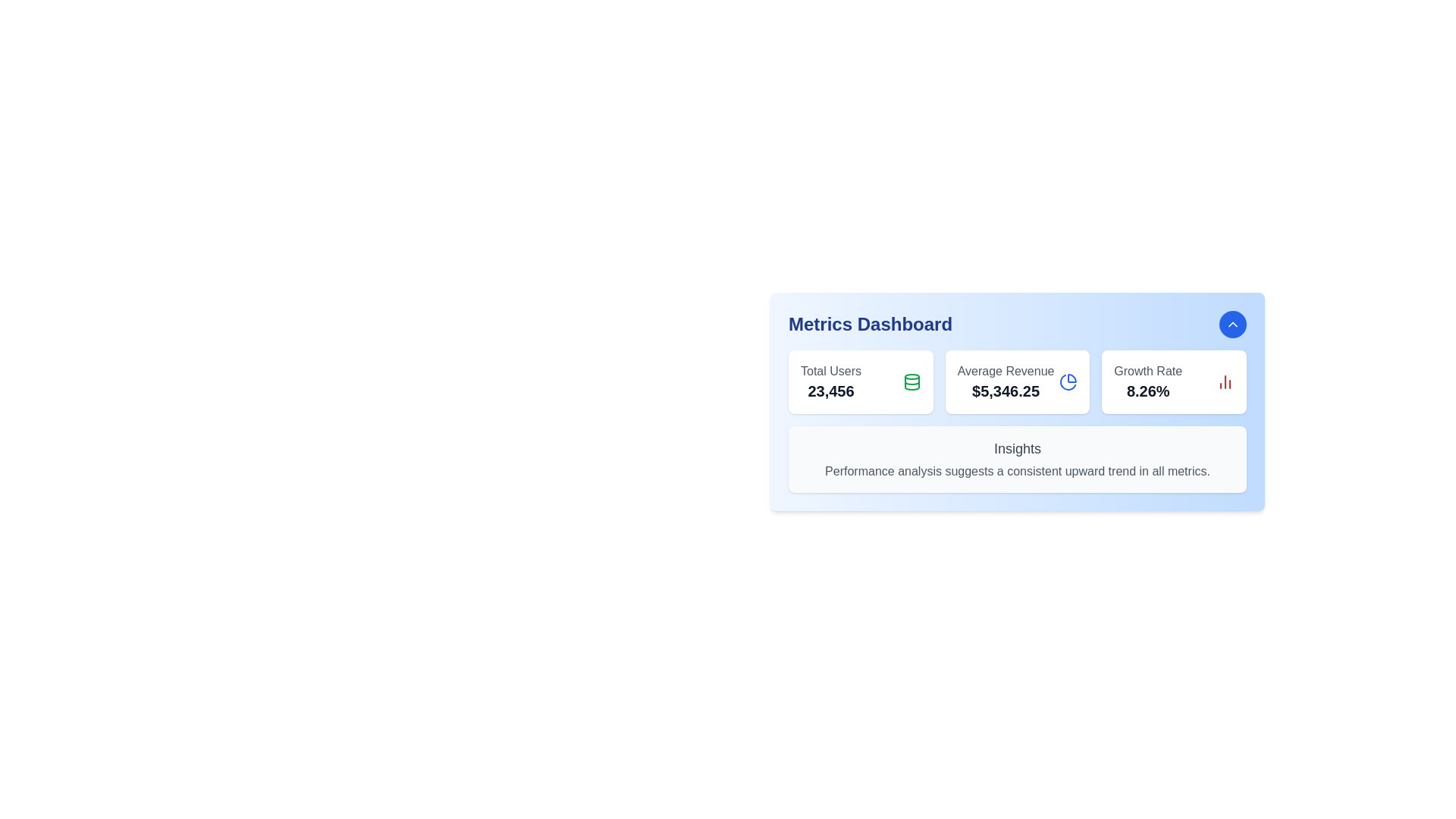  What do you see at coordinates (1148, 391) in the screenshot?
I see `percentage value displayed in the Text element located in the bottom section of the 'Growth Rate' card on the dashboard` at bounding box center [1148, 391].